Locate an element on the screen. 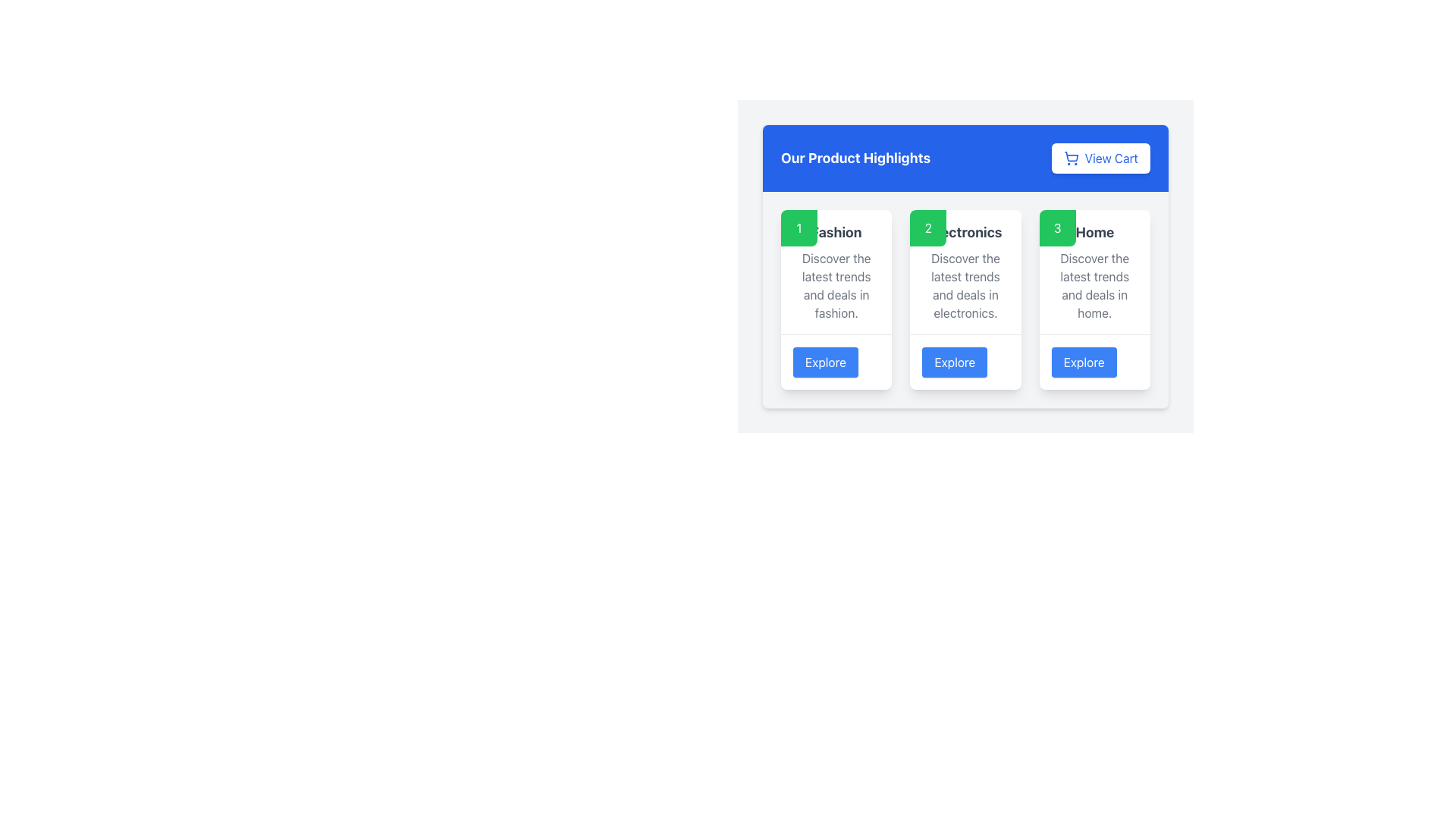 The image size is (1456, 819). the shopping cart icon located within the button next is located at coordinates (1070, 158).